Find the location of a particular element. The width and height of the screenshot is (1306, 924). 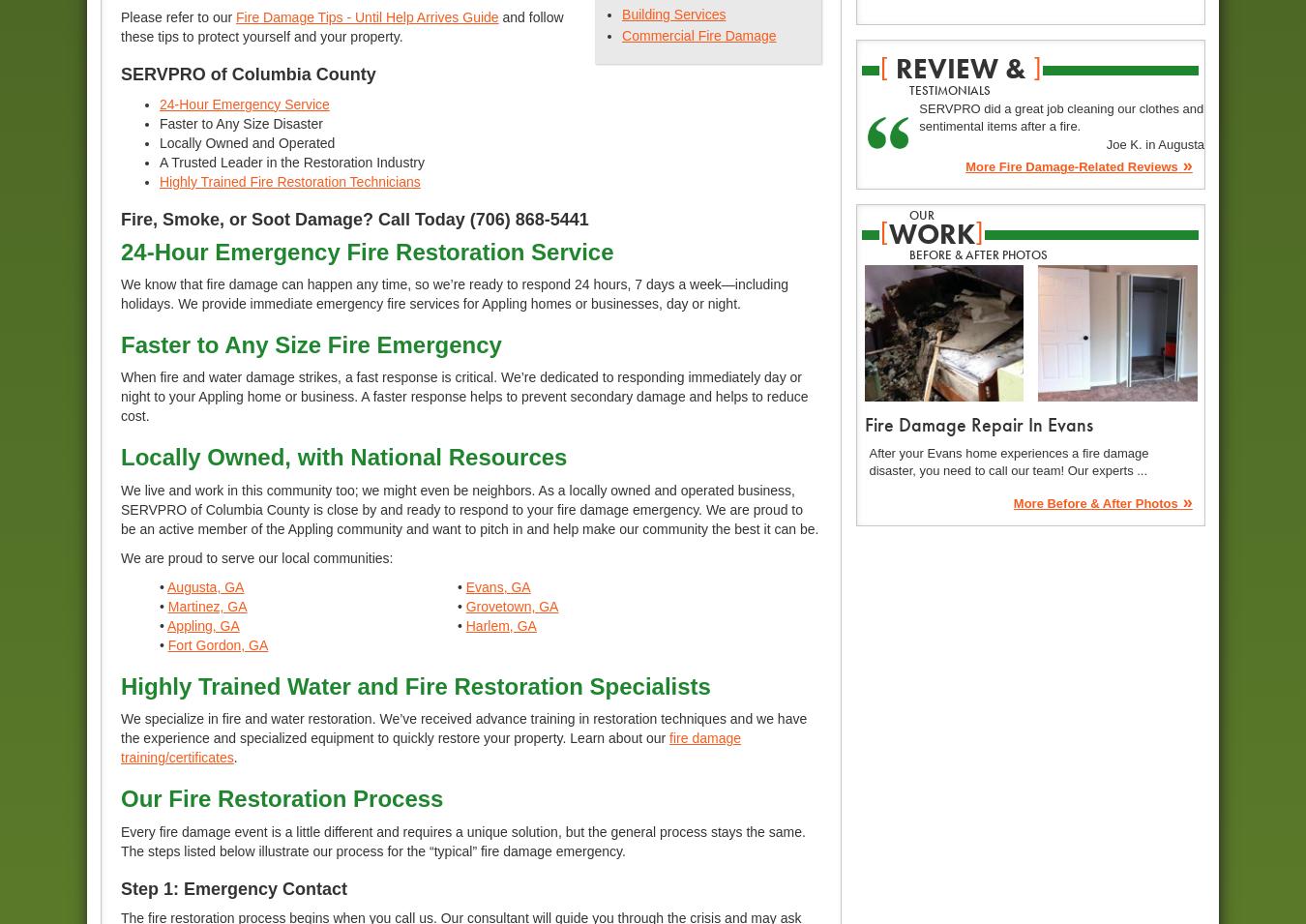

'24-Hour Emergency Fire Restoration Service' is located at coordinates (367, 251).